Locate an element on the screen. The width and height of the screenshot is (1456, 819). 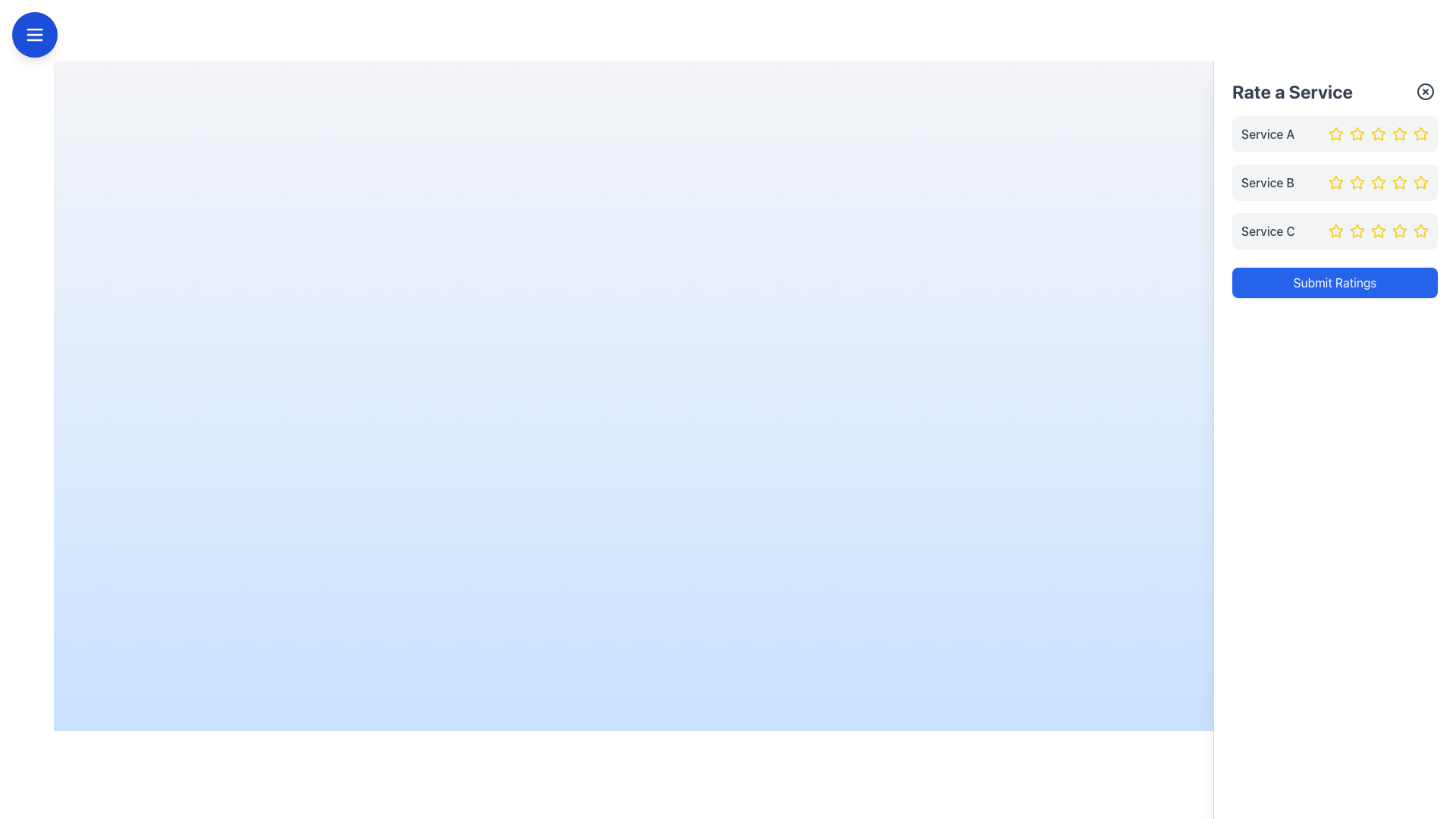
the third star icon in the rating system for 'Service B' to select a 3-star rating is located at coordinates (1335, 181).